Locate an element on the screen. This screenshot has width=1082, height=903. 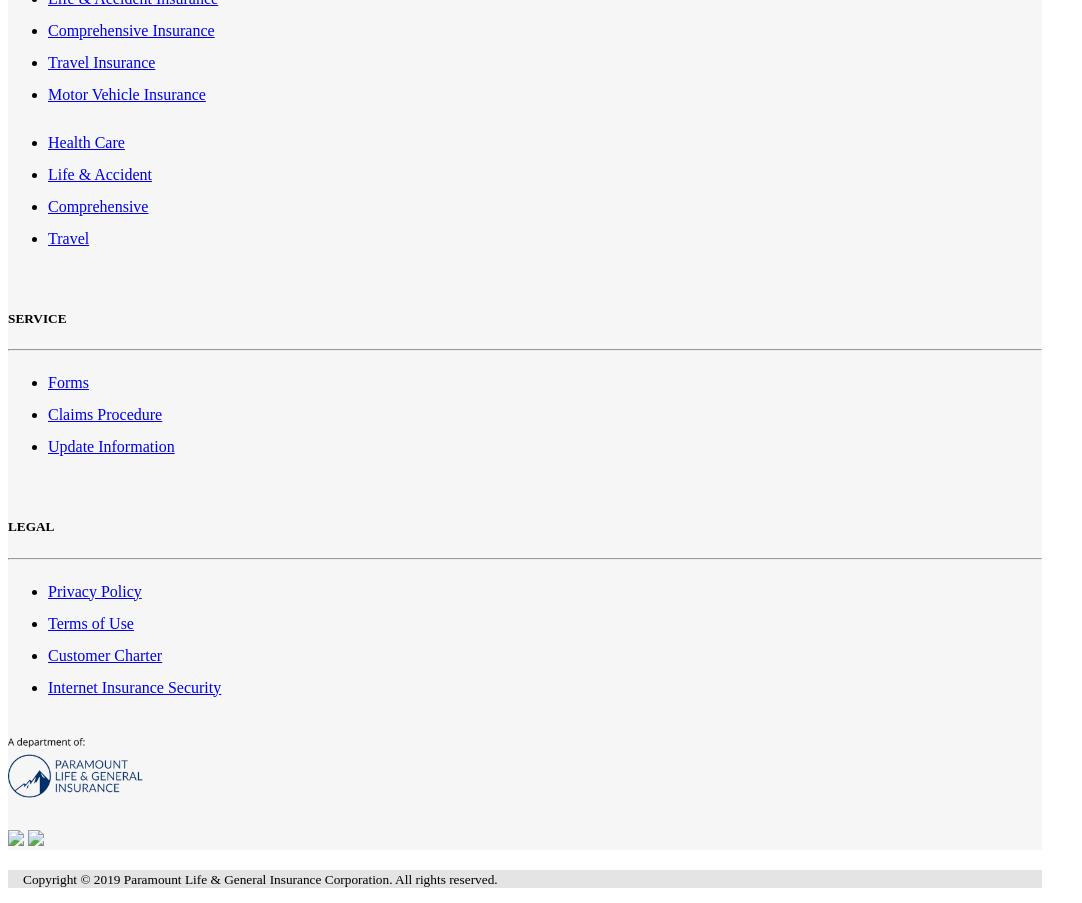
'Terms of Use' is located at coordinates (89, 622).